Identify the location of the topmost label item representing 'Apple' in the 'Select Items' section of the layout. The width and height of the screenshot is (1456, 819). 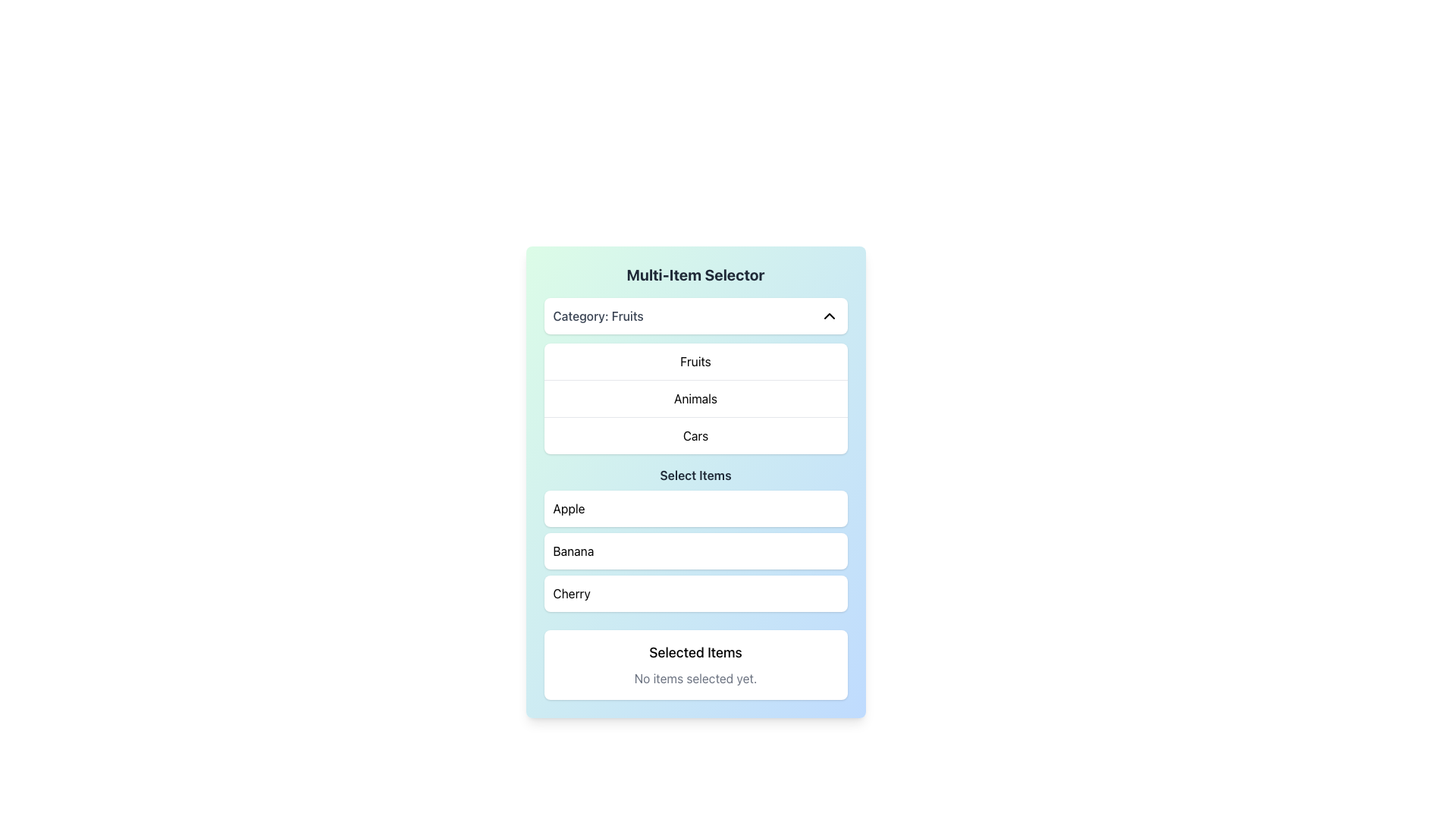
(568, 509).